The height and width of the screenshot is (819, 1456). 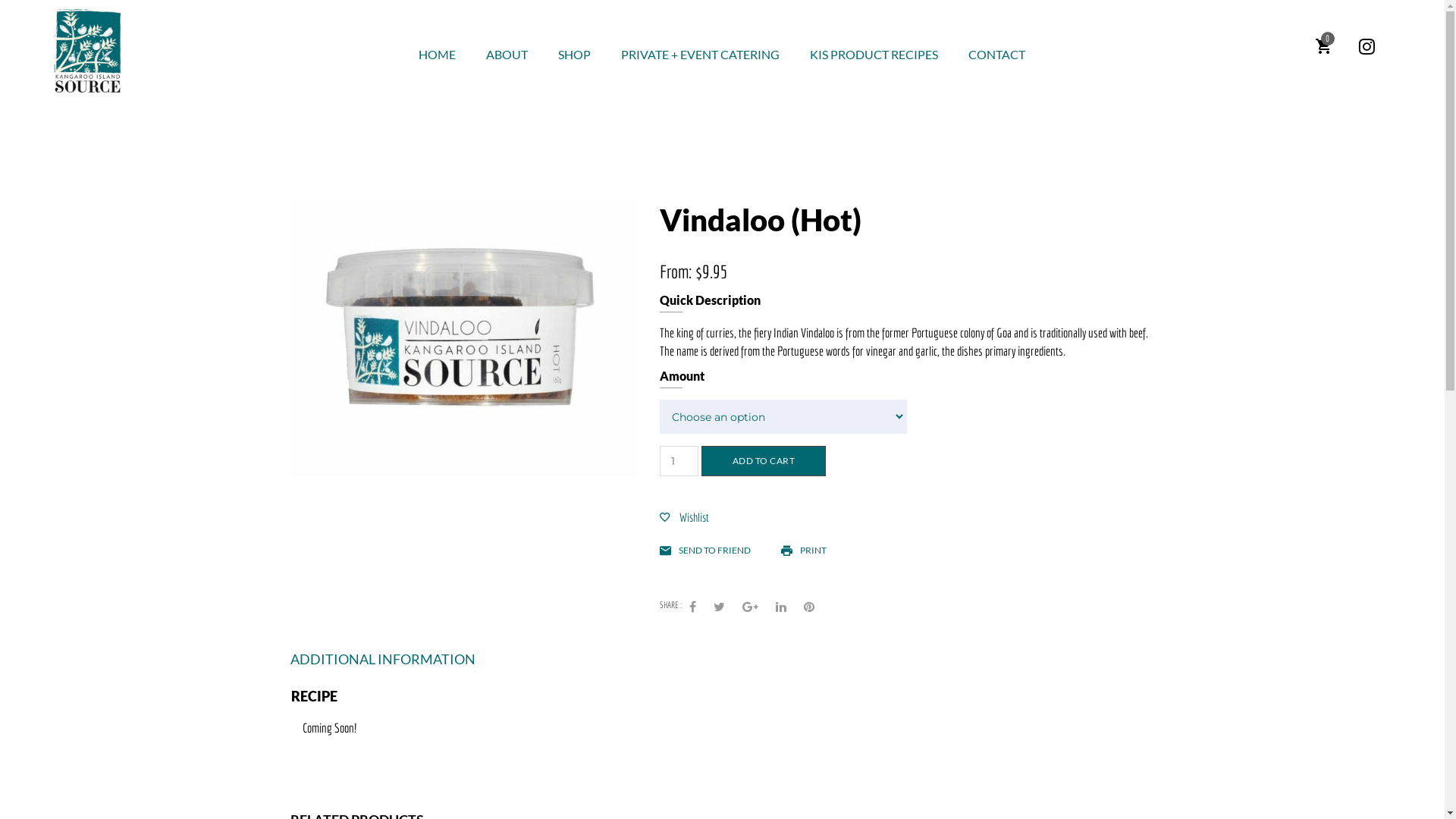 What do you see at coordinates (688, 605) in the screenshot?
I see `'Facebook'` at bounding box center [688, 605].